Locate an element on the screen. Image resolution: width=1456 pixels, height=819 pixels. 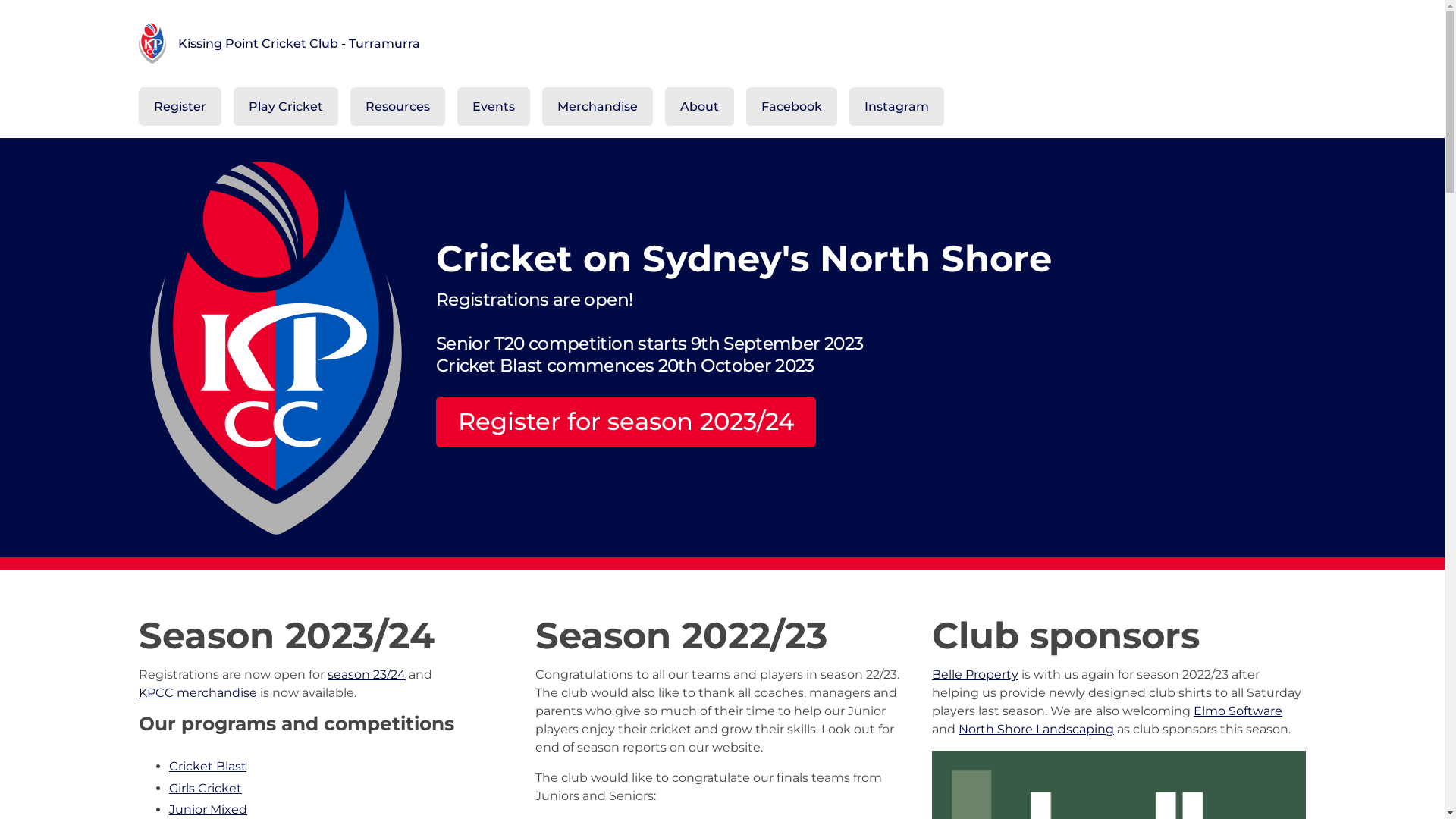
'About' is located at coordinates (698, 105).